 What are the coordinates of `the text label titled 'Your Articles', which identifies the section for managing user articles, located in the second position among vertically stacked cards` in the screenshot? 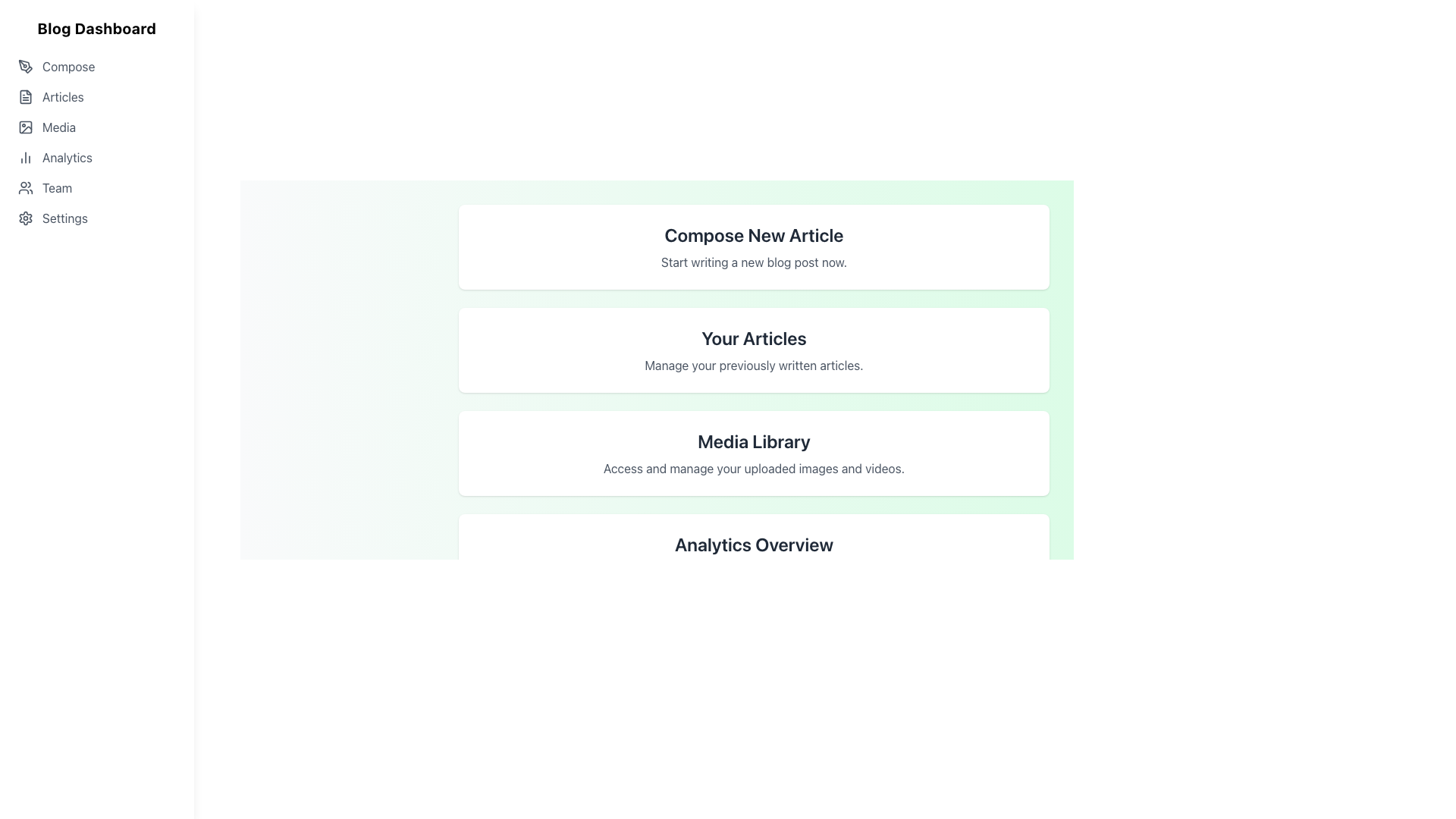 It's located at (754, 337).